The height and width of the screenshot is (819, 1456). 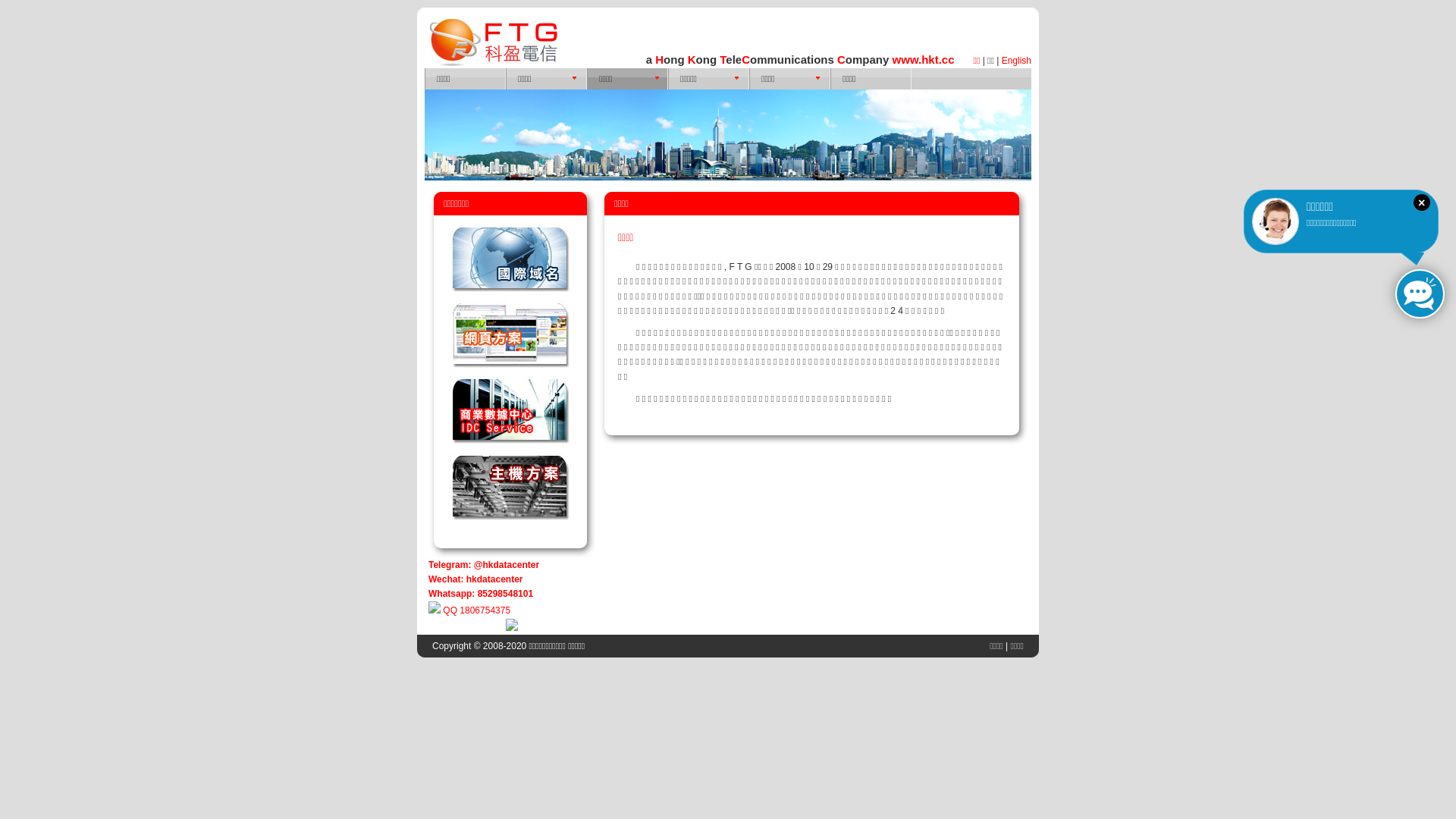 I want to click on 'English', so click(x=1016, y=60).